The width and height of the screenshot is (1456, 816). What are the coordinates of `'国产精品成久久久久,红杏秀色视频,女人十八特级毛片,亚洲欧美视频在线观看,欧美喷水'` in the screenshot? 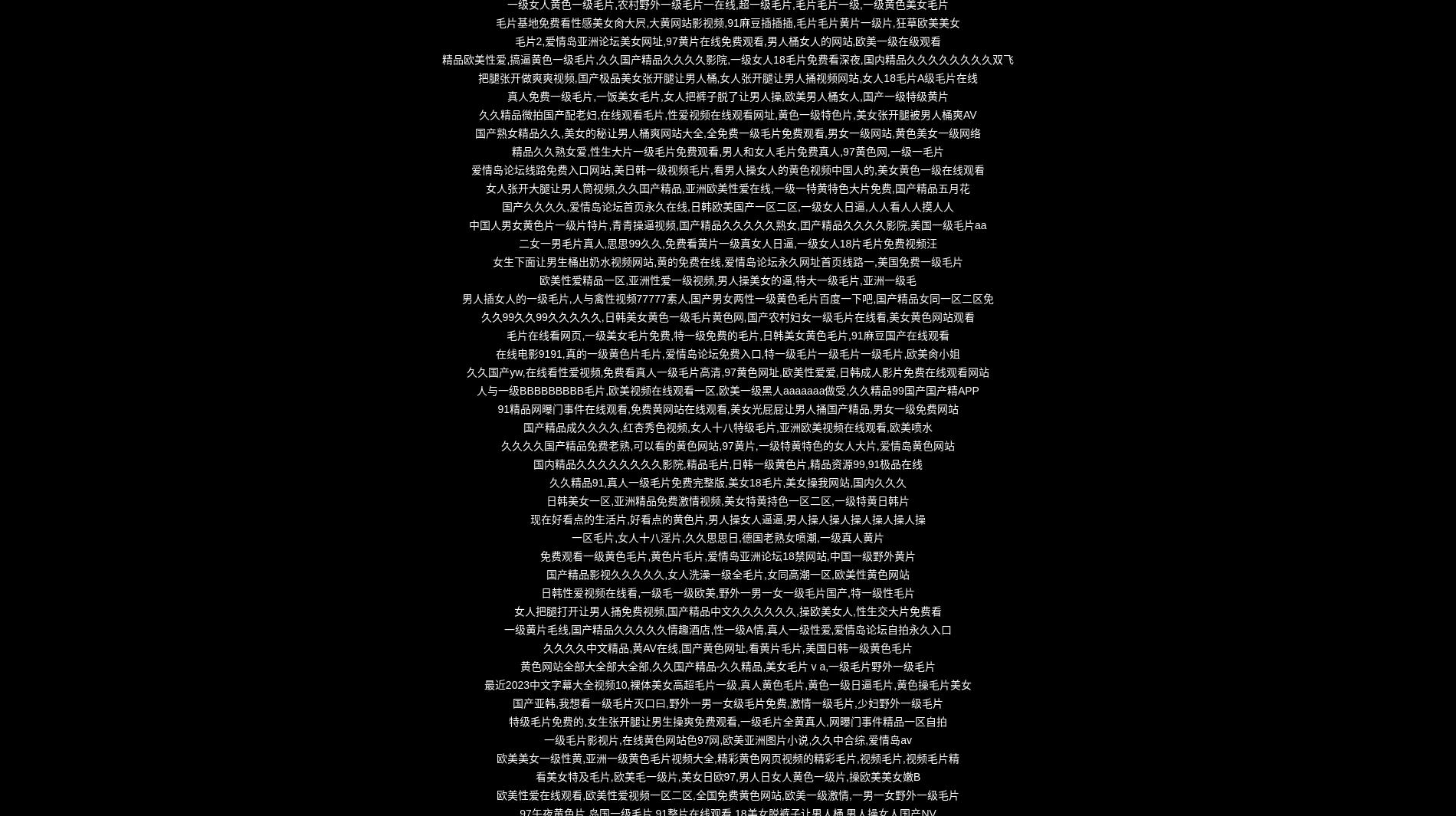 It's located at (726, 427).